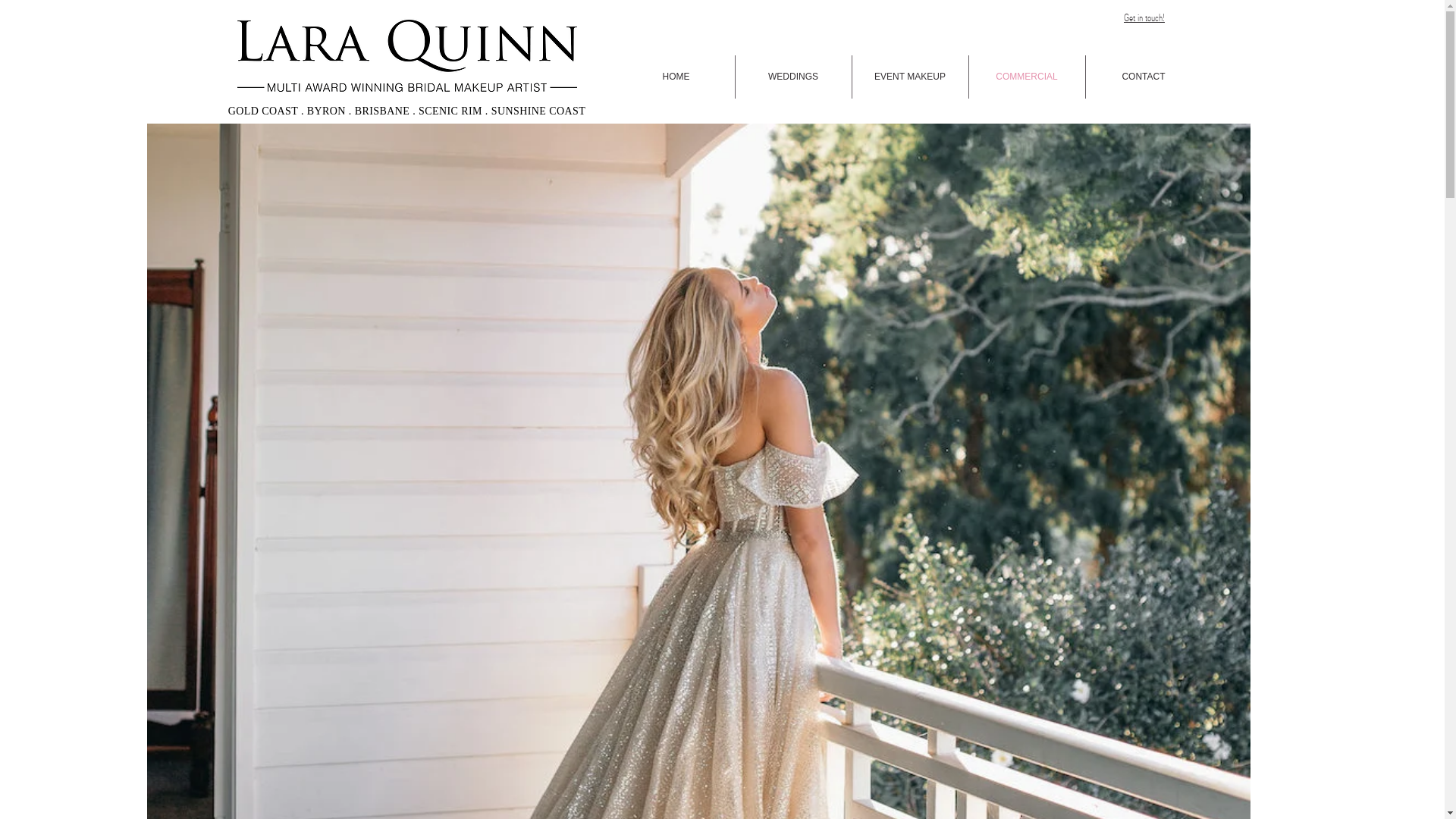 The height and width of the screenshot is (819, 1456). What do you see at coordinates (1144, 77) in the screenshot?
I see `'CONTACT'` at bounding box center [1144, 77].